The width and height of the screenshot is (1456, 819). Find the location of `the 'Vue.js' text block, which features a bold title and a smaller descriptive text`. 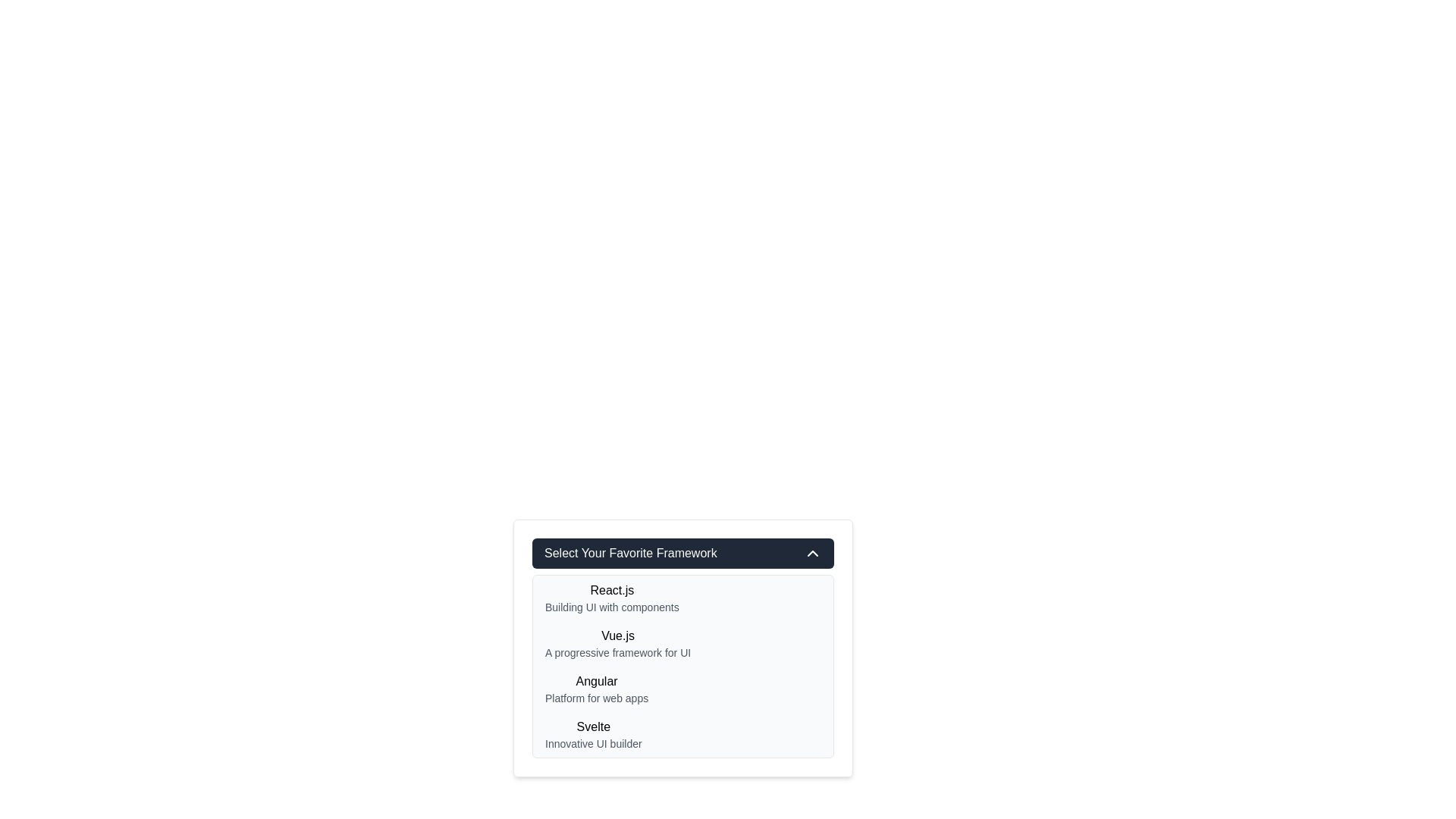

the 'Vue.js' text block, which features a bold title and a smaller descriptive text is located at coordinates (682, 643).